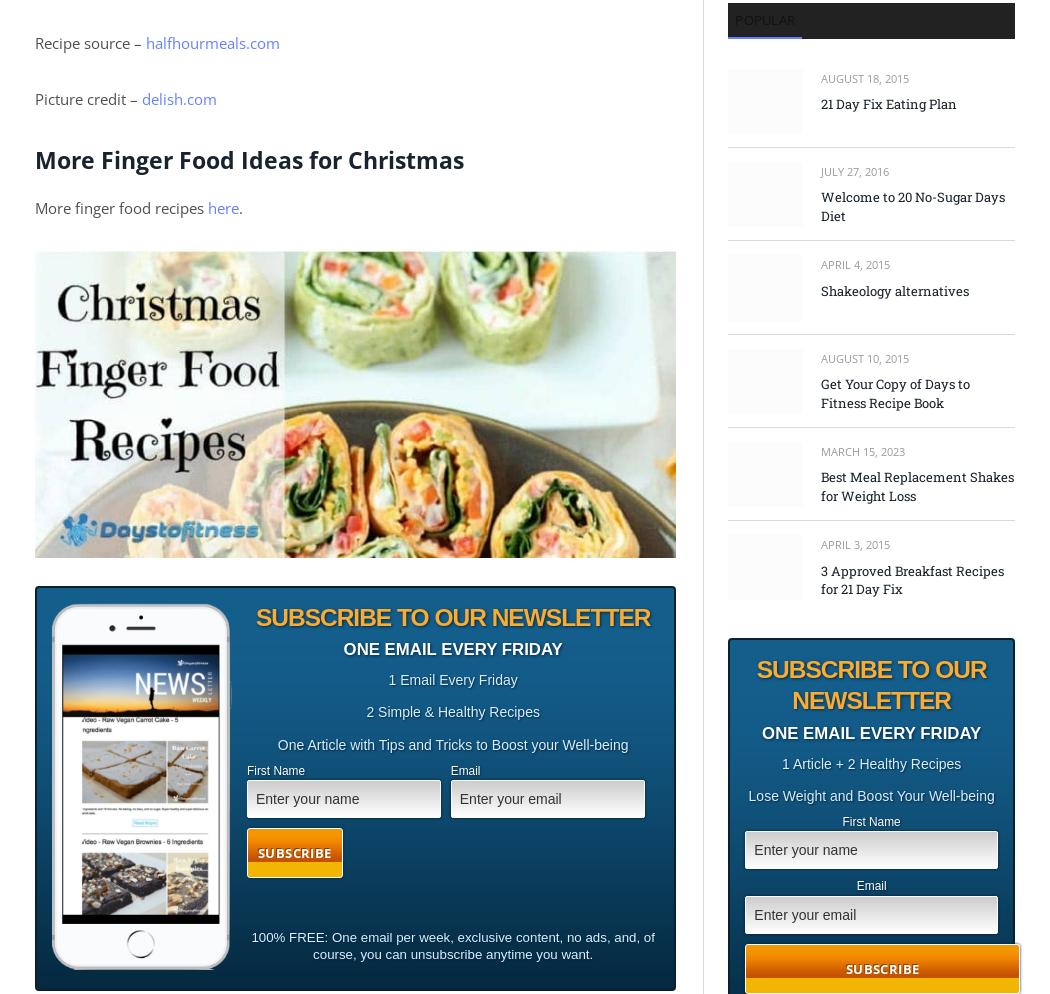 This screenshot has width=1050, height=994. I want to click on '2 Simple & Healthy Recipes', so click(452, 712).